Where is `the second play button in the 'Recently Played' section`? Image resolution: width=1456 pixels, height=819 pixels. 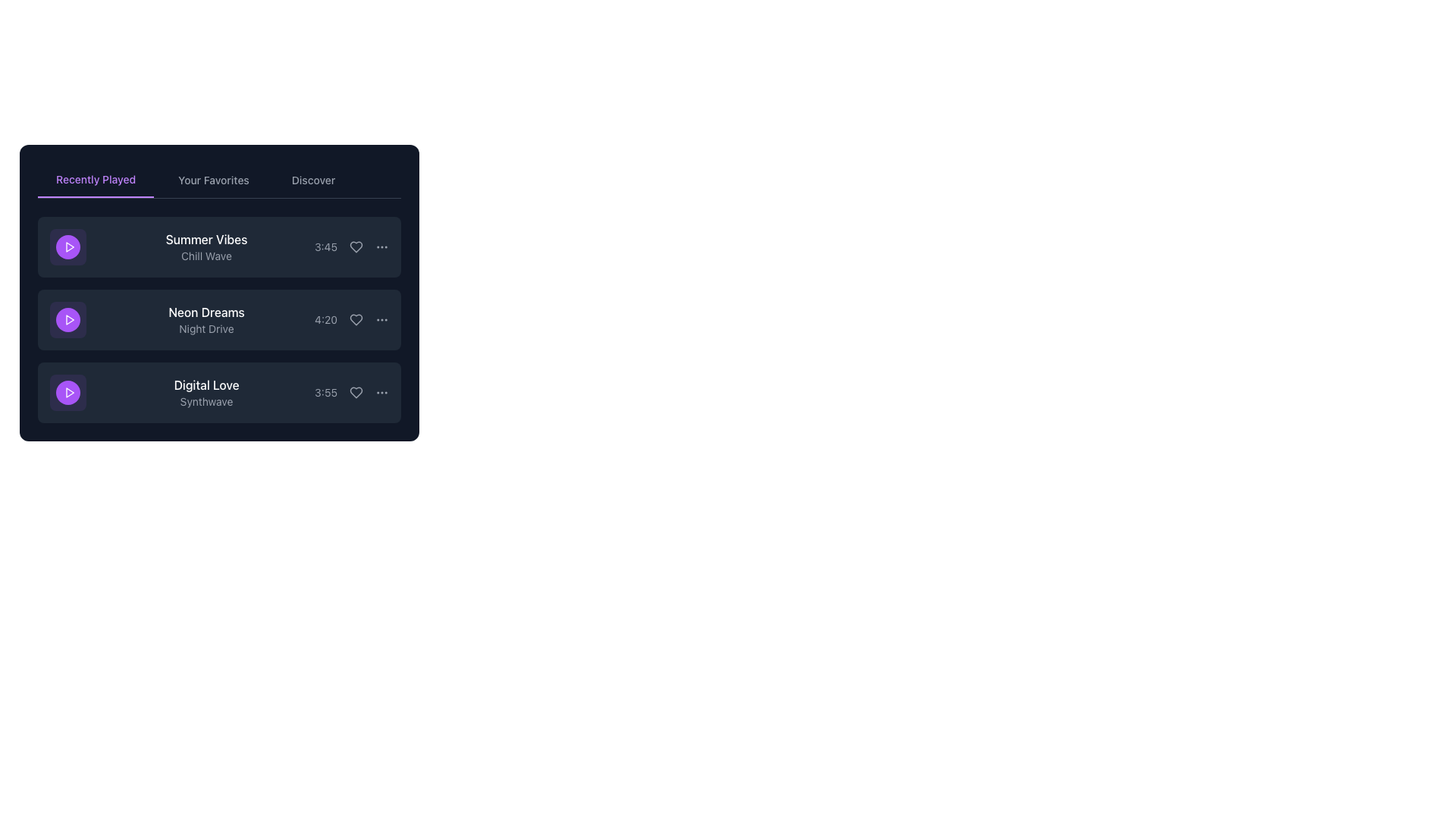
the second play button in the 'Recently Played' section is located at coordinates (68, 318).